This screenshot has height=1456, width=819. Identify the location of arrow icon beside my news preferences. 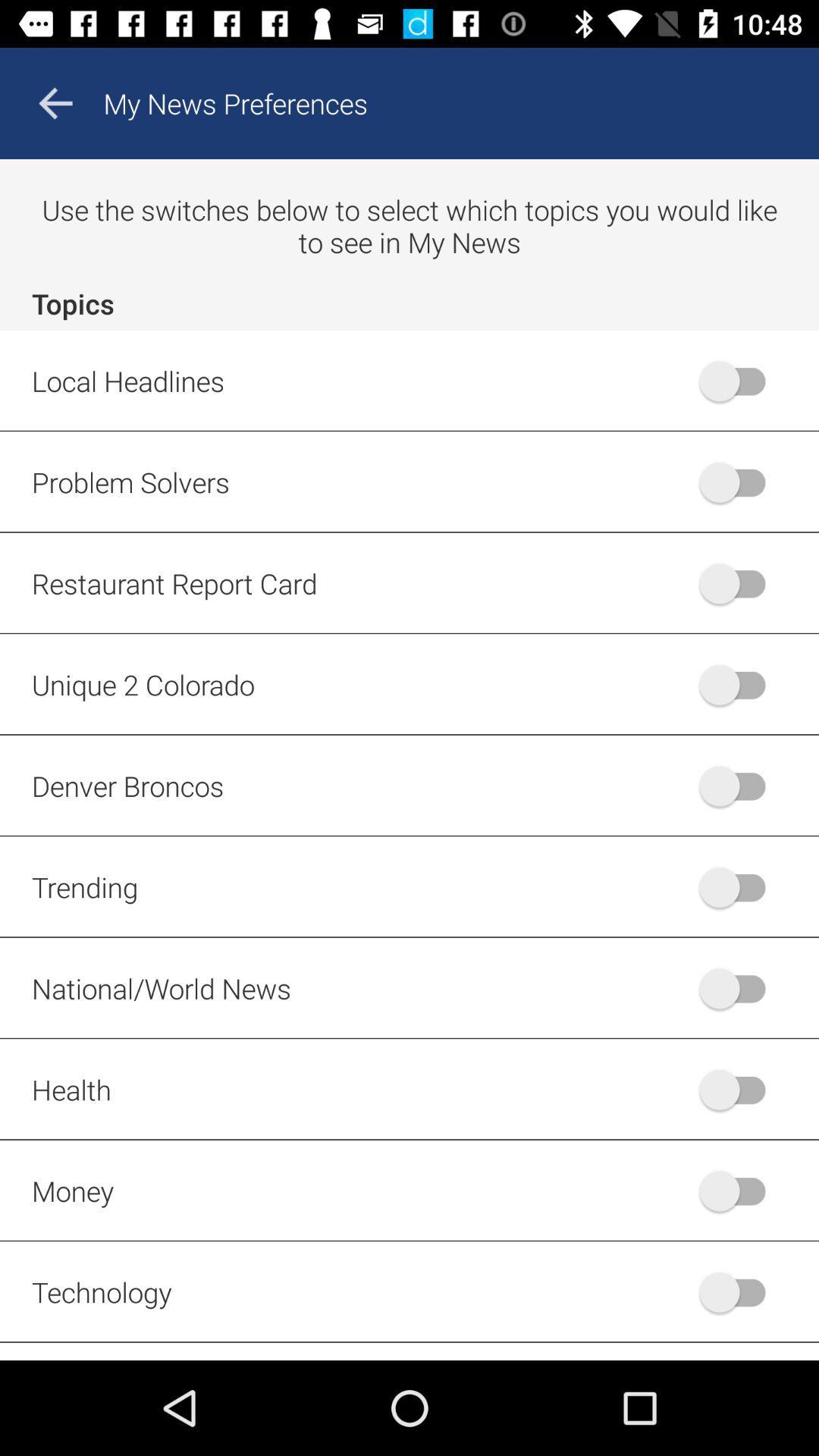
(55, 103).